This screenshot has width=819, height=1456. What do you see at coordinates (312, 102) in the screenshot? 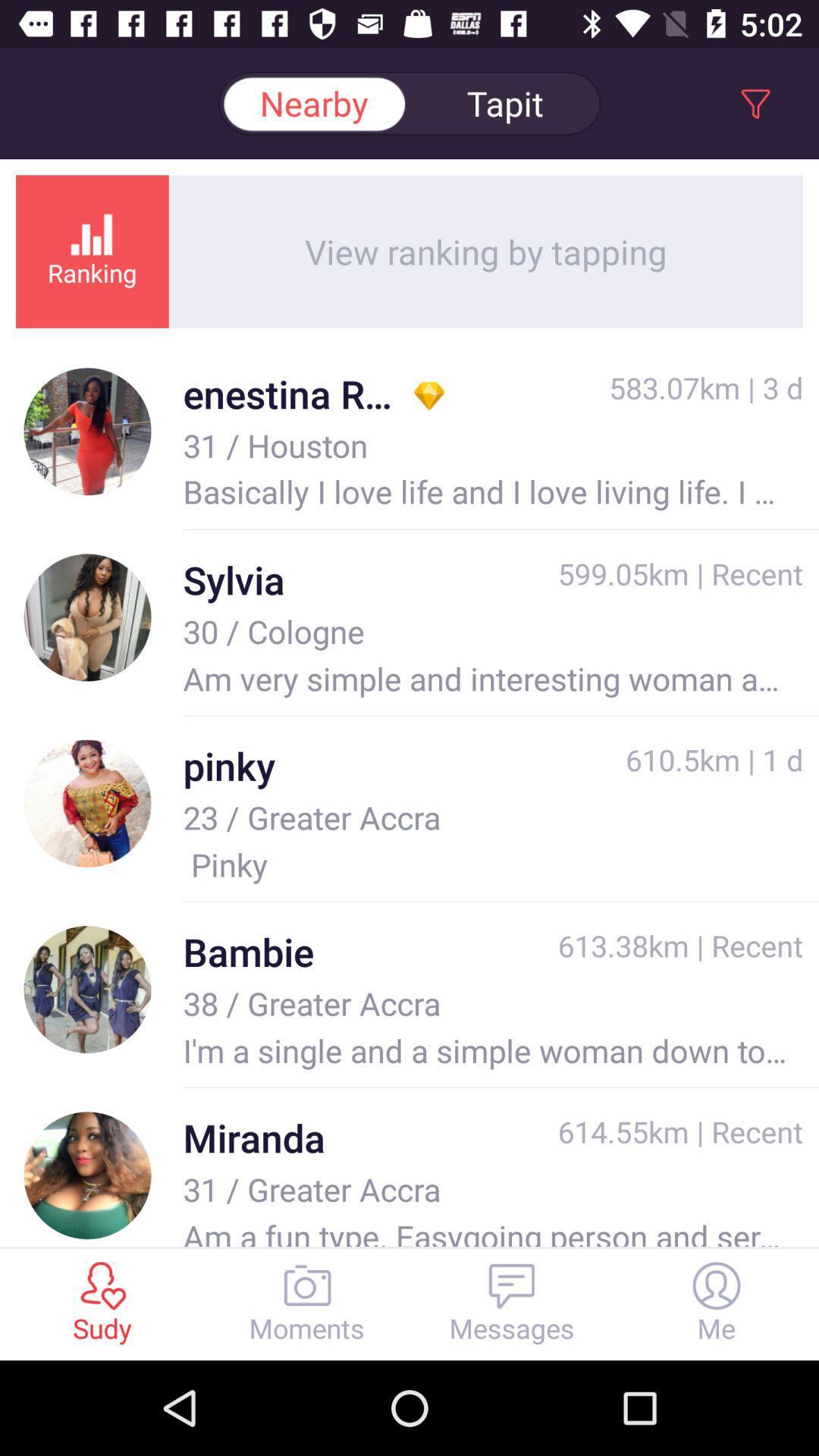
I see `item next to tapit item` at bounding box center [312, 102].